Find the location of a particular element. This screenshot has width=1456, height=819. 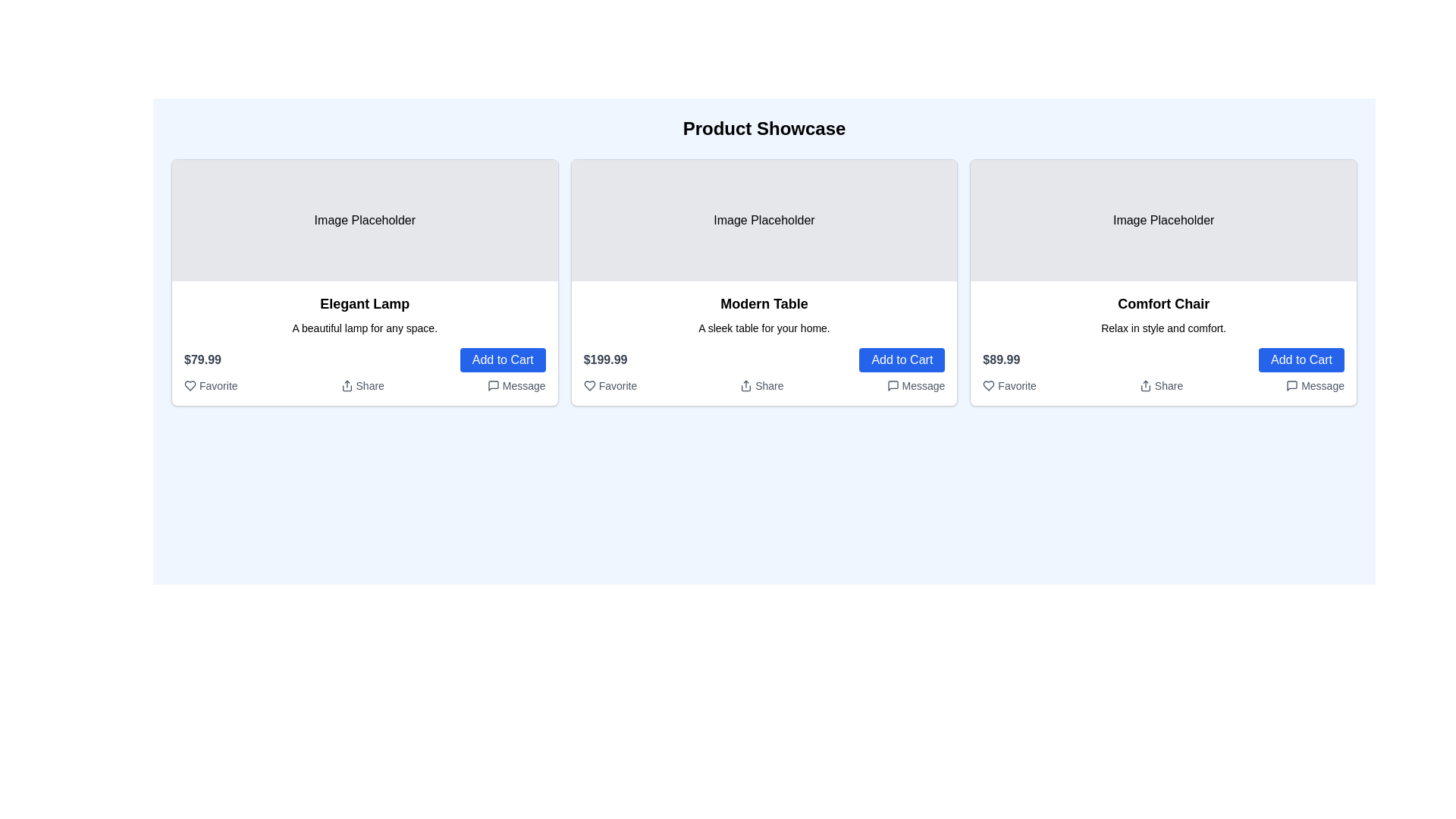

the 'Share' icon within the button of the 'Comfort Chair' product card to initiate sharing functionality is located at coordinates (1145, 385).